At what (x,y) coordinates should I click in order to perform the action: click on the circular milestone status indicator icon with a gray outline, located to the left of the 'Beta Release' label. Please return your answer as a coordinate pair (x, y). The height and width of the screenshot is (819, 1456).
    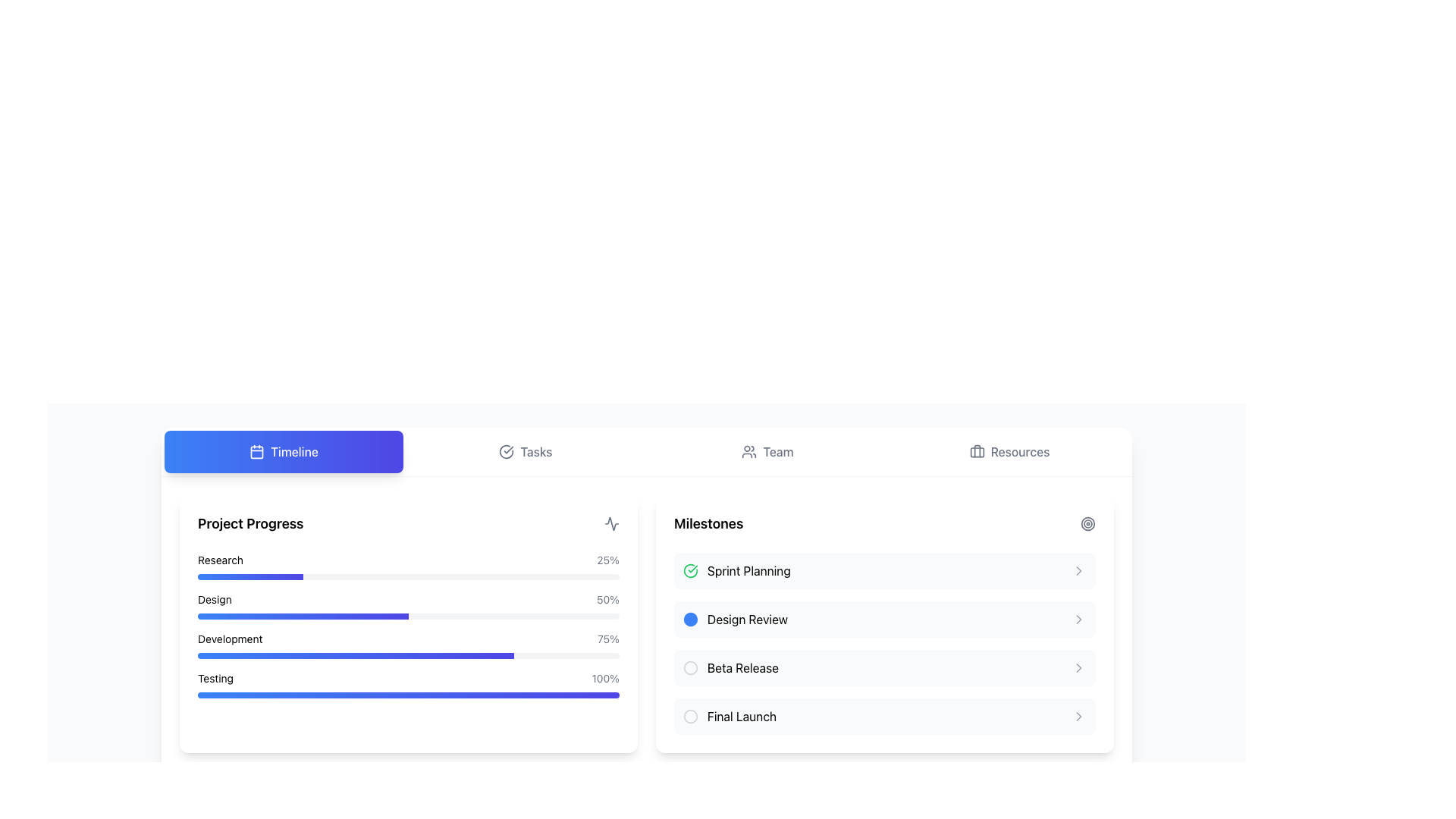
    Looking at the image, I should click on (690, 667).